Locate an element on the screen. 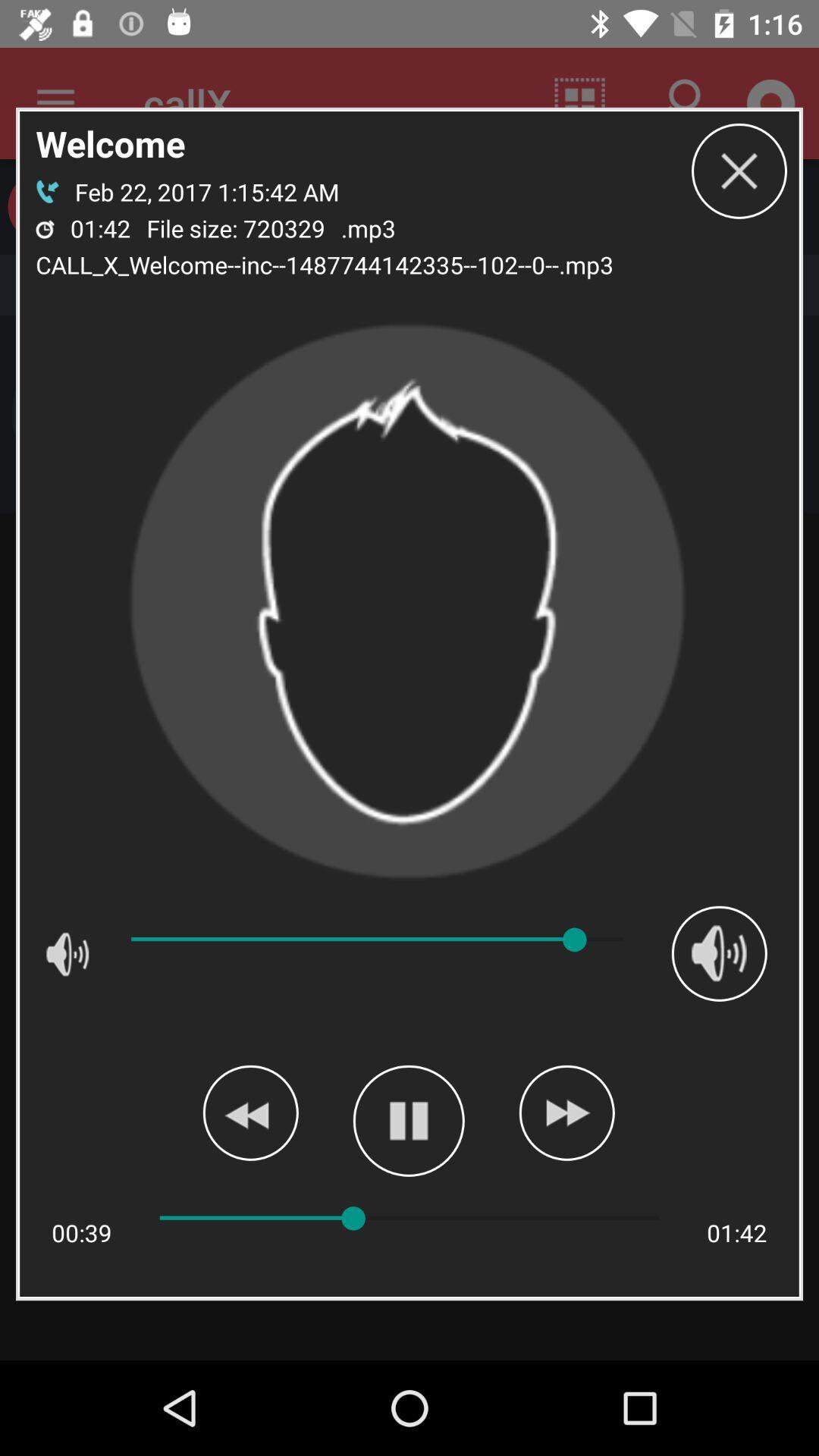 The height and width of the screenshot is (1456, 819). the av_rewind icon is located at coordinates (249, 1112).